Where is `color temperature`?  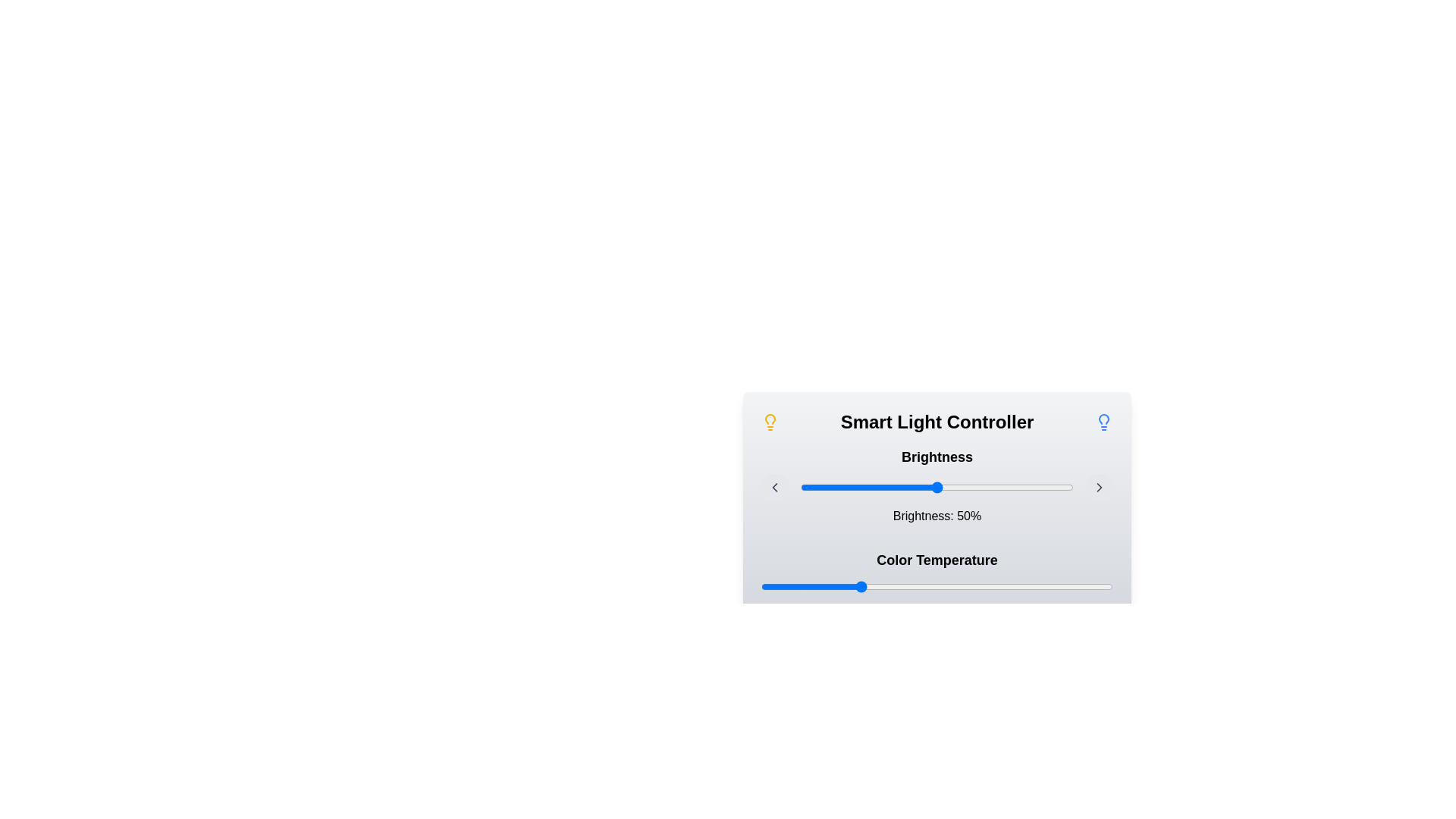
color temperature is located at coordinates (828, 586).